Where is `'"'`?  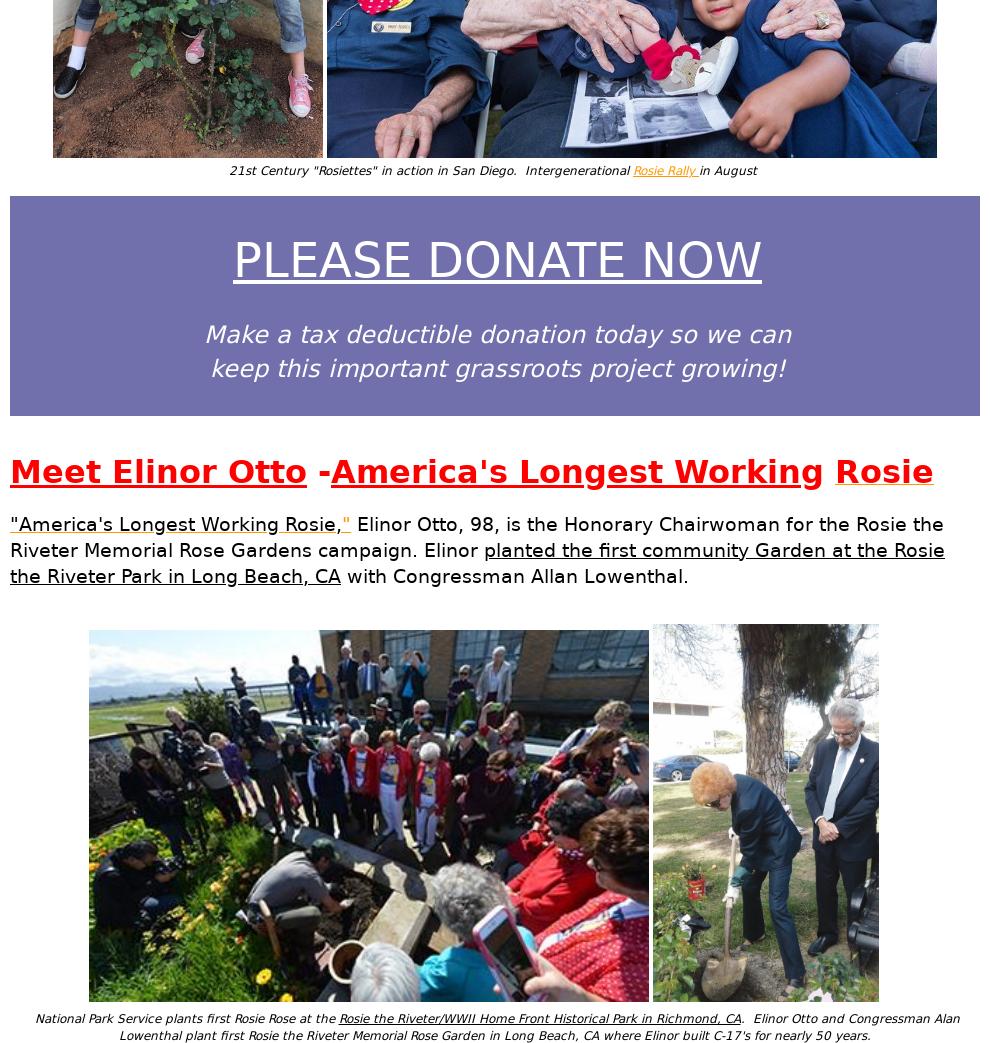
'"' is located at coordinates (345, 523).